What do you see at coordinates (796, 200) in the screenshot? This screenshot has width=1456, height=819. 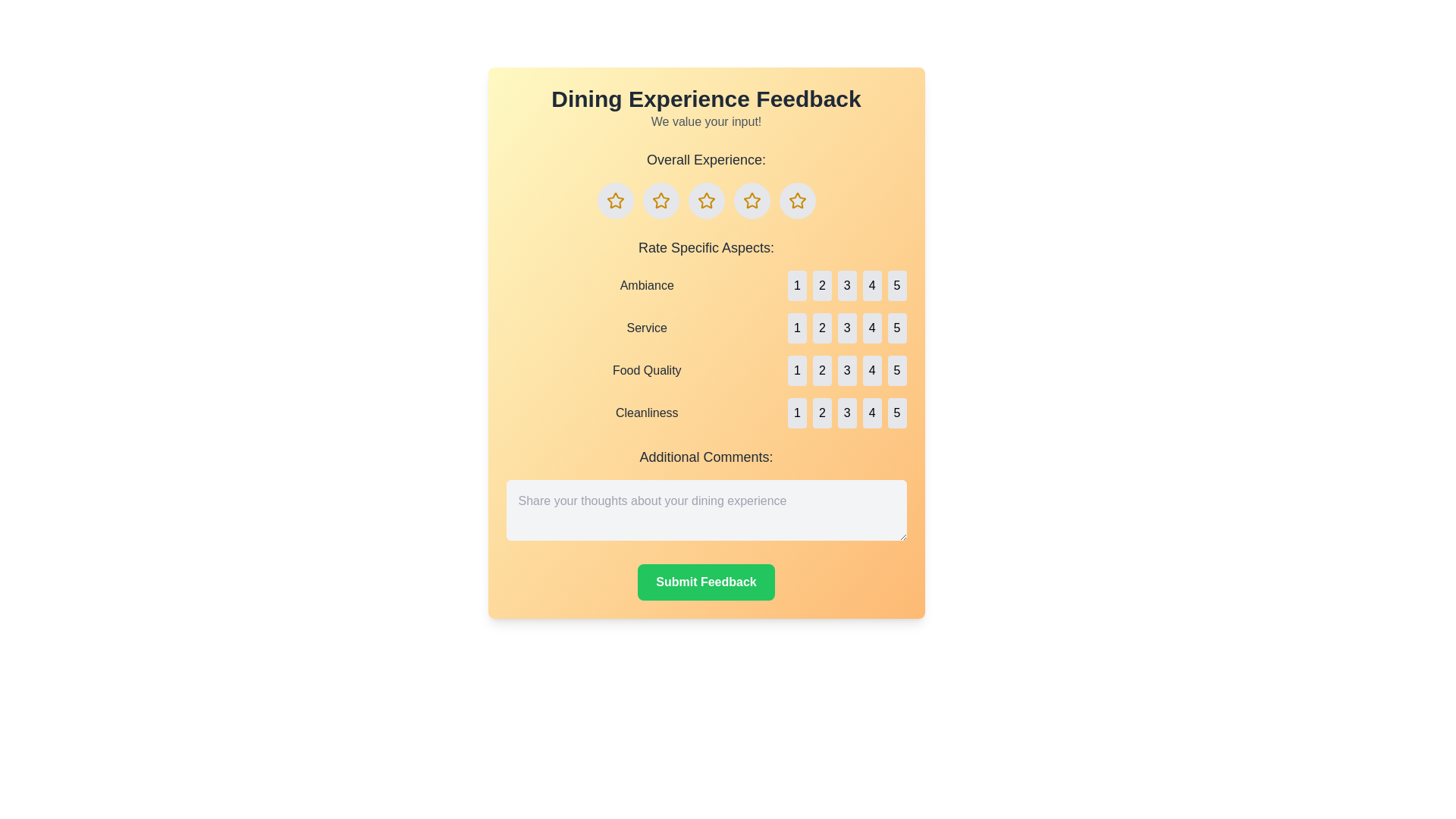 I see `the fifth star icon in the rating selector for the 'Overall Experience' section` at bounding box center [796, 200].